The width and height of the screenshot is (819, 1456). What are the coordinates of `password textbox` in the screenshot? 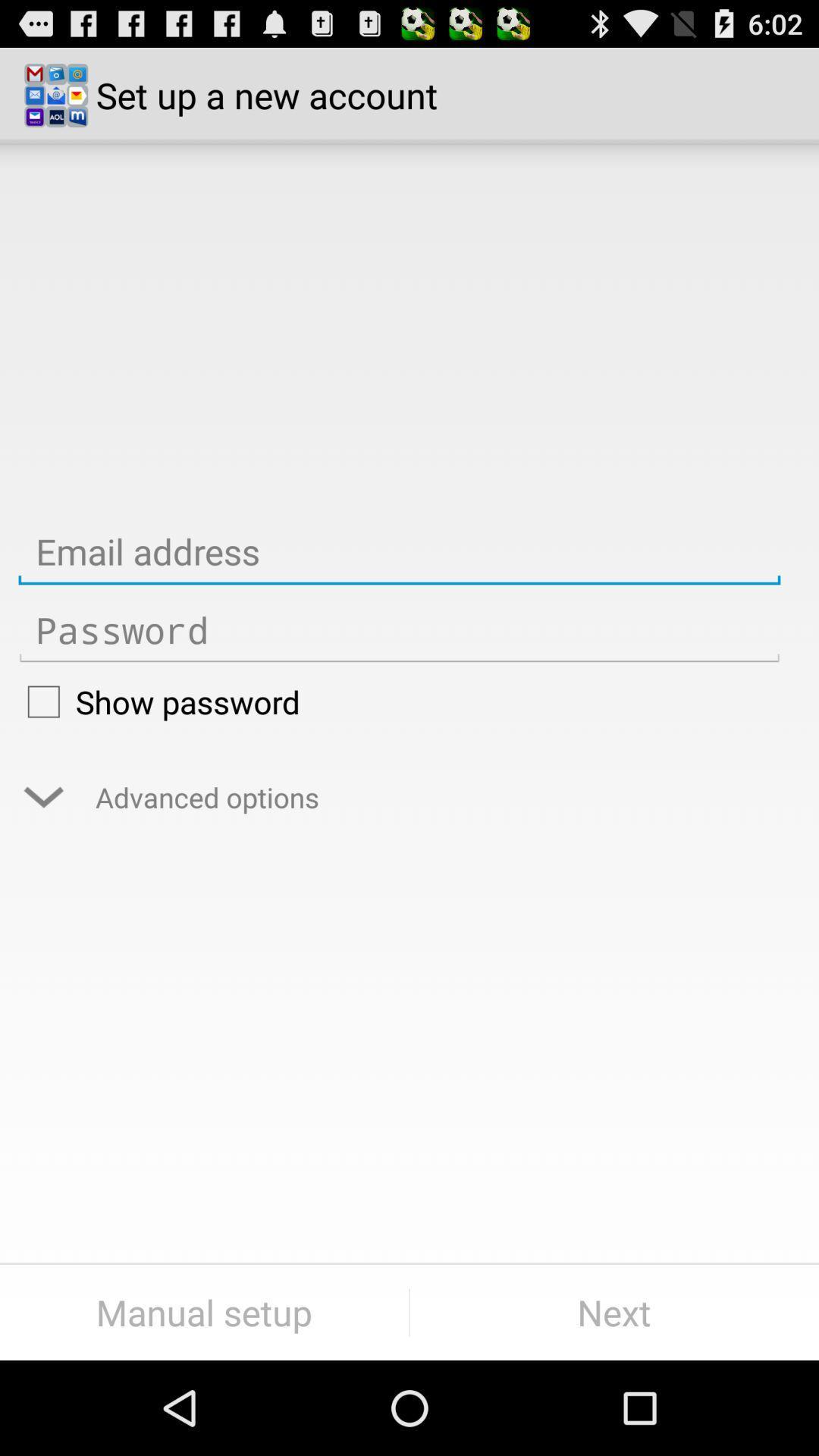 It's located at (398, 630).